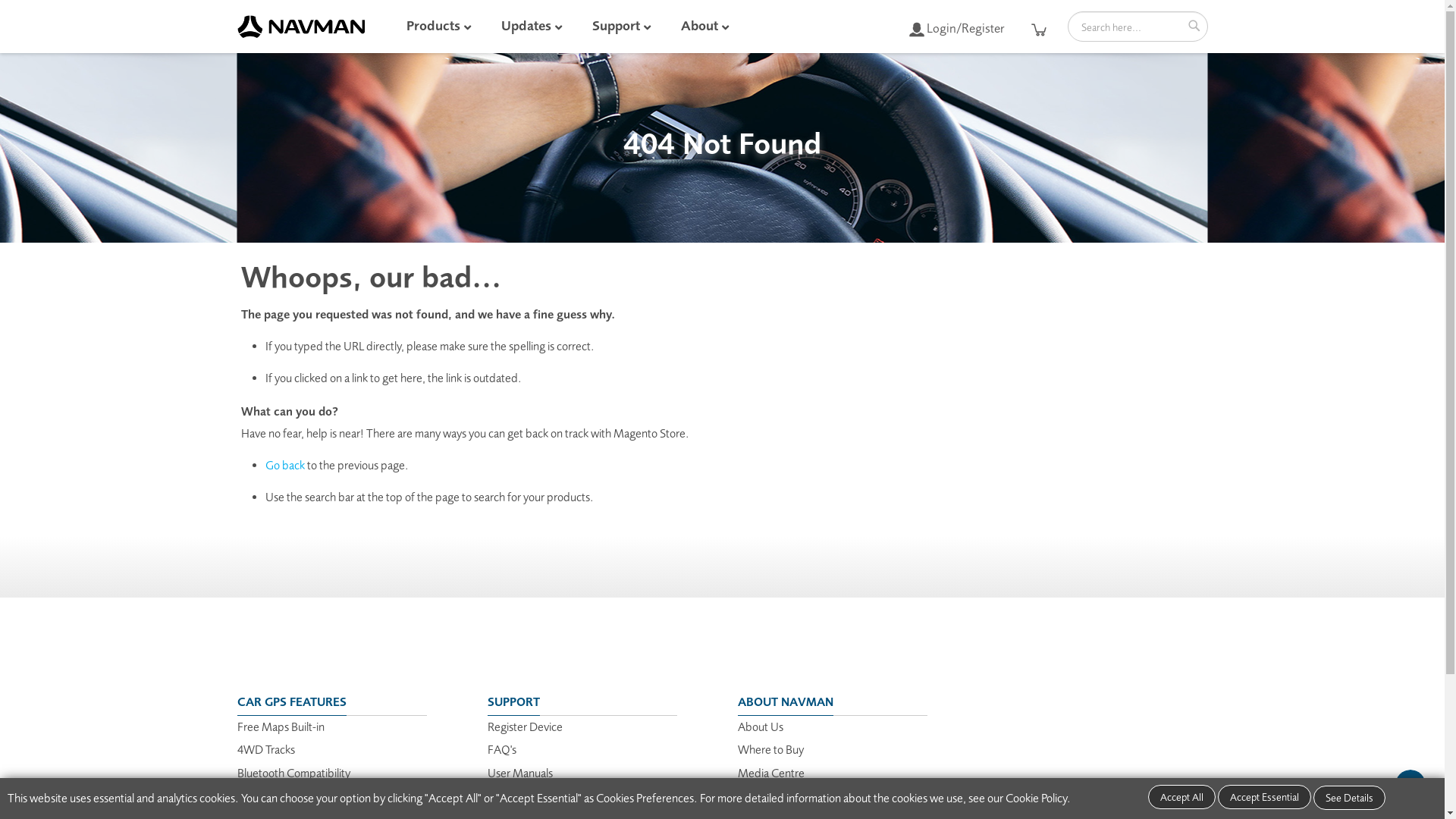 The image size is (1456, 819). What do you see at coordinates (955, 28) in the screenshot?
I see `'Login/Register'` at bounding box center [955, 28].